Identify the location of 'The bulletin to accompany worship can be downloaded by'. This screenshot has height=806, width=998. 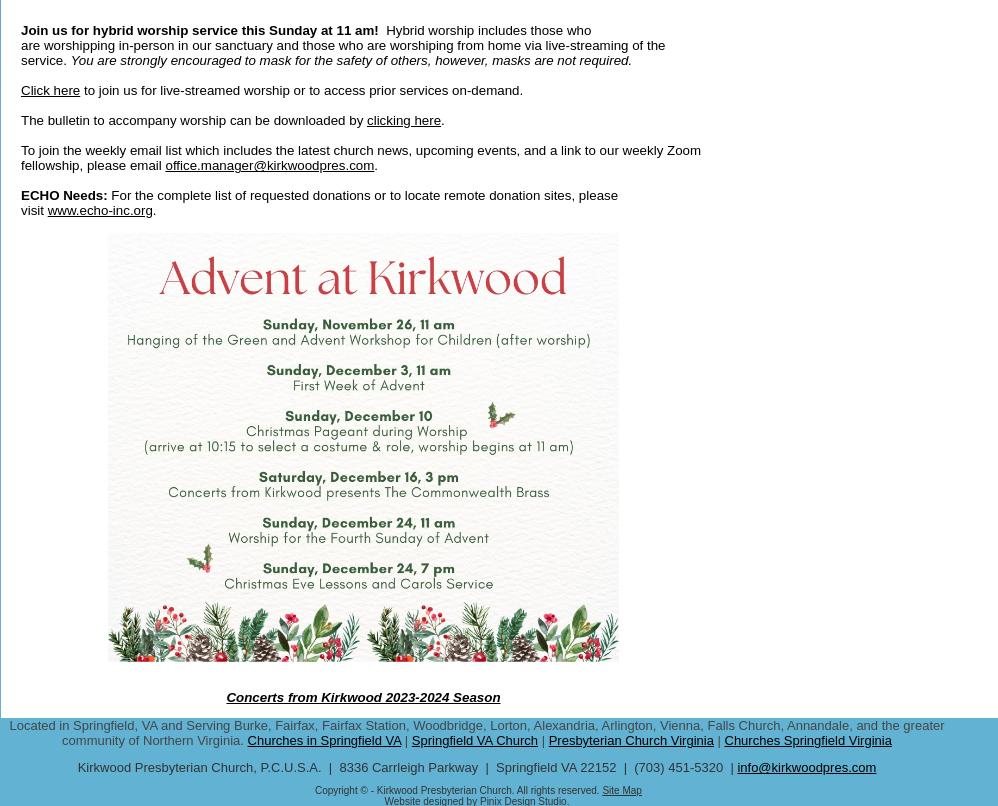
(193, 119).